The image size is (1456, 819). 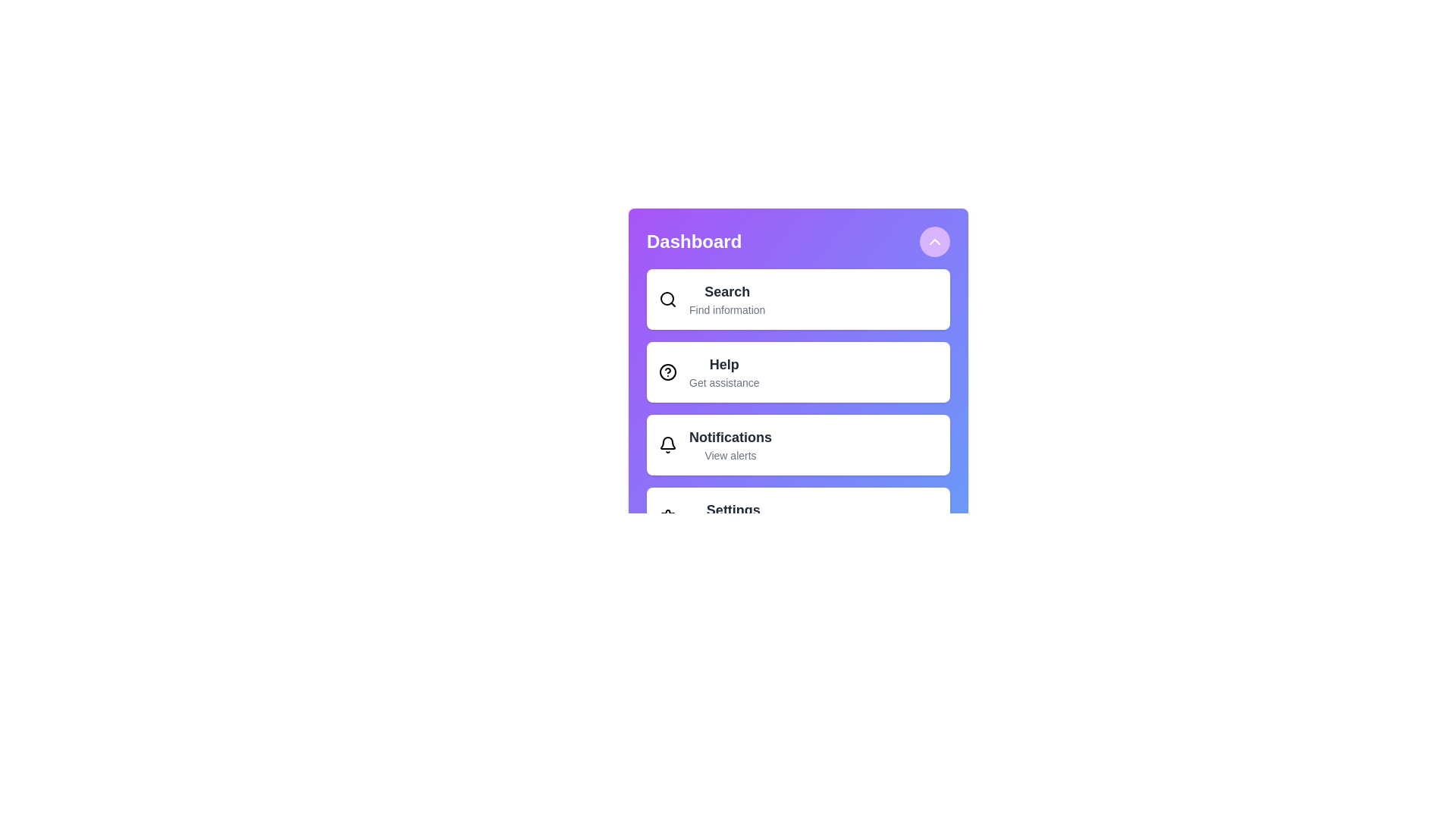 What do you see at coordinates (797, 516) in the screenshot?
I see `the menu item labeled Settings` at bounding box center [797, 516].